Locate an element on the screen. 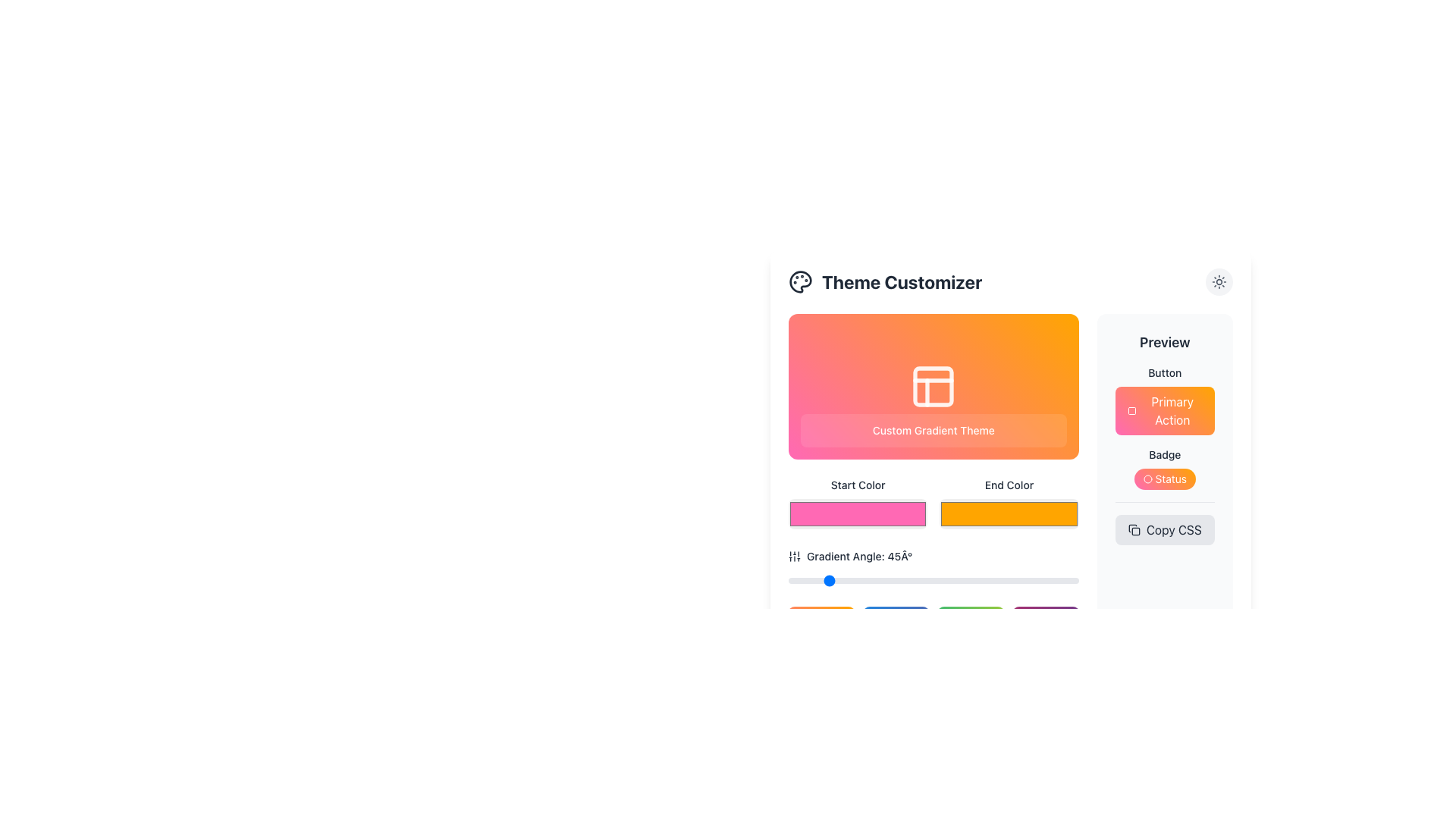 The width and height of the screenshot is (1456, 819). the slider input control displaying 'Gradient Angle: 45°' is located at coordinates (933, 568).